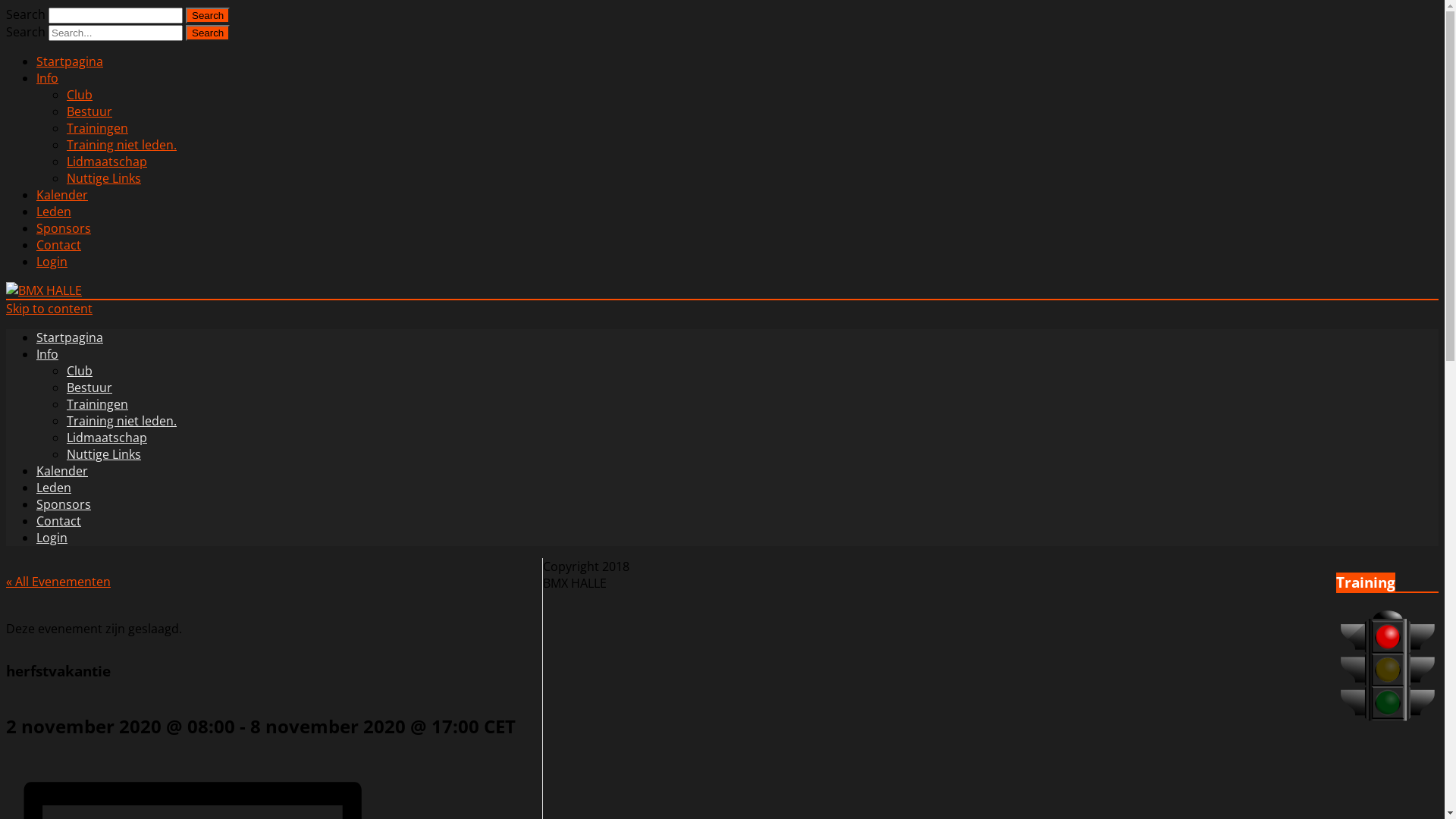 This screenshot has width=1456, height=819. What do you see at coordinates (105, 161) in the screenshot?
I see `'Lidmaatschap'` at bounding box center [105, 161].